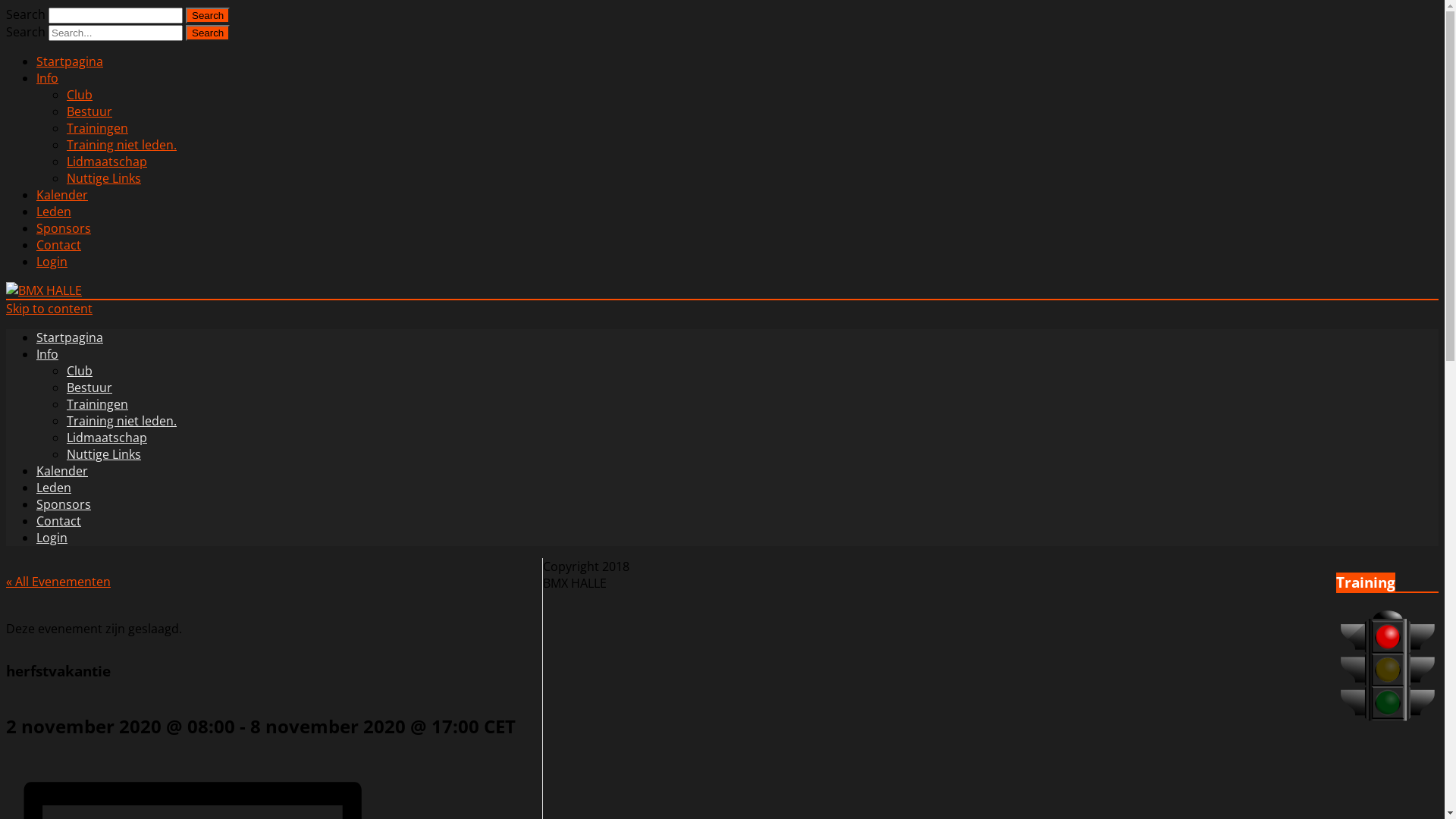 This screenshot has width=1456, height=819. What do you see at coordinates (105, 161) in the screenshot?
I see `'Lidmaatschap'` at bounding box center [105, 161].